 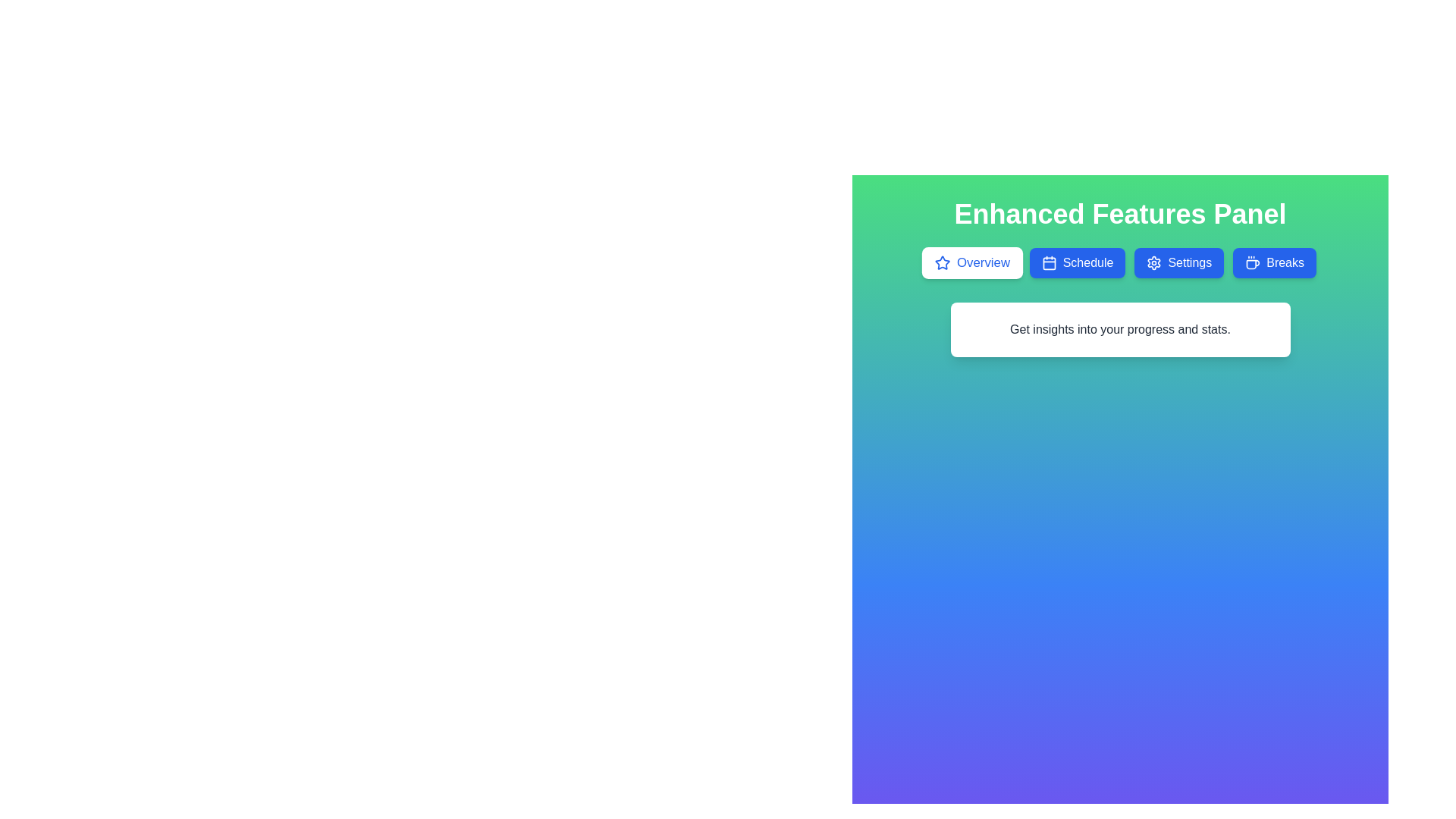 What do you see at coordinates (1153, 262) in the screenshot?
I see `the Icon button located as the third item in a horizontal row of buttons, positioned between the 'Schedule' and 'Breaks' buttons` at bounding box center [1153, 262].